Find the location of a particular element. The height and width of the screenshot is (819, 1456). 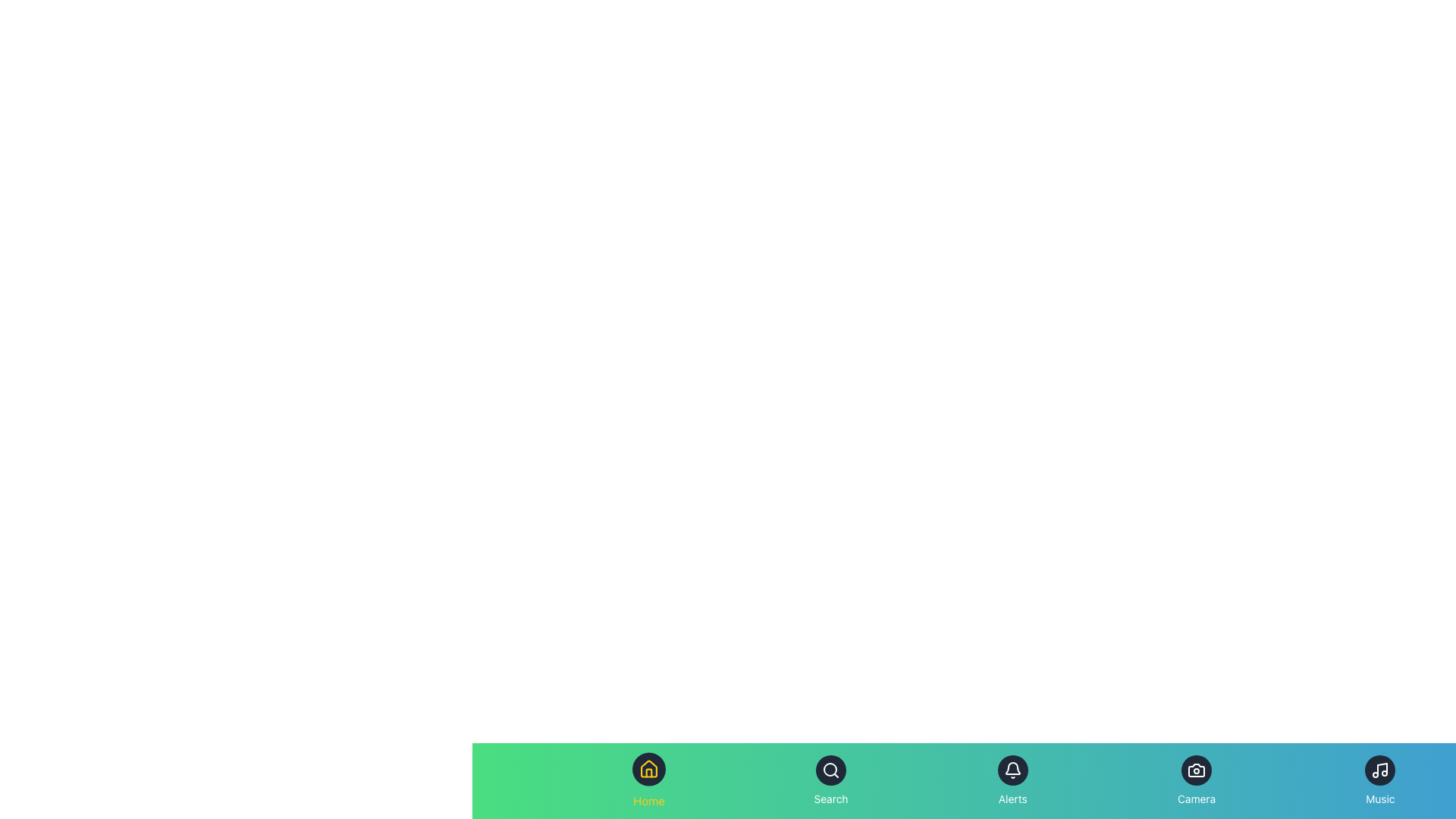

the circular camera icon with a dark background and white outlines located is located at coordinates (1196, 770).